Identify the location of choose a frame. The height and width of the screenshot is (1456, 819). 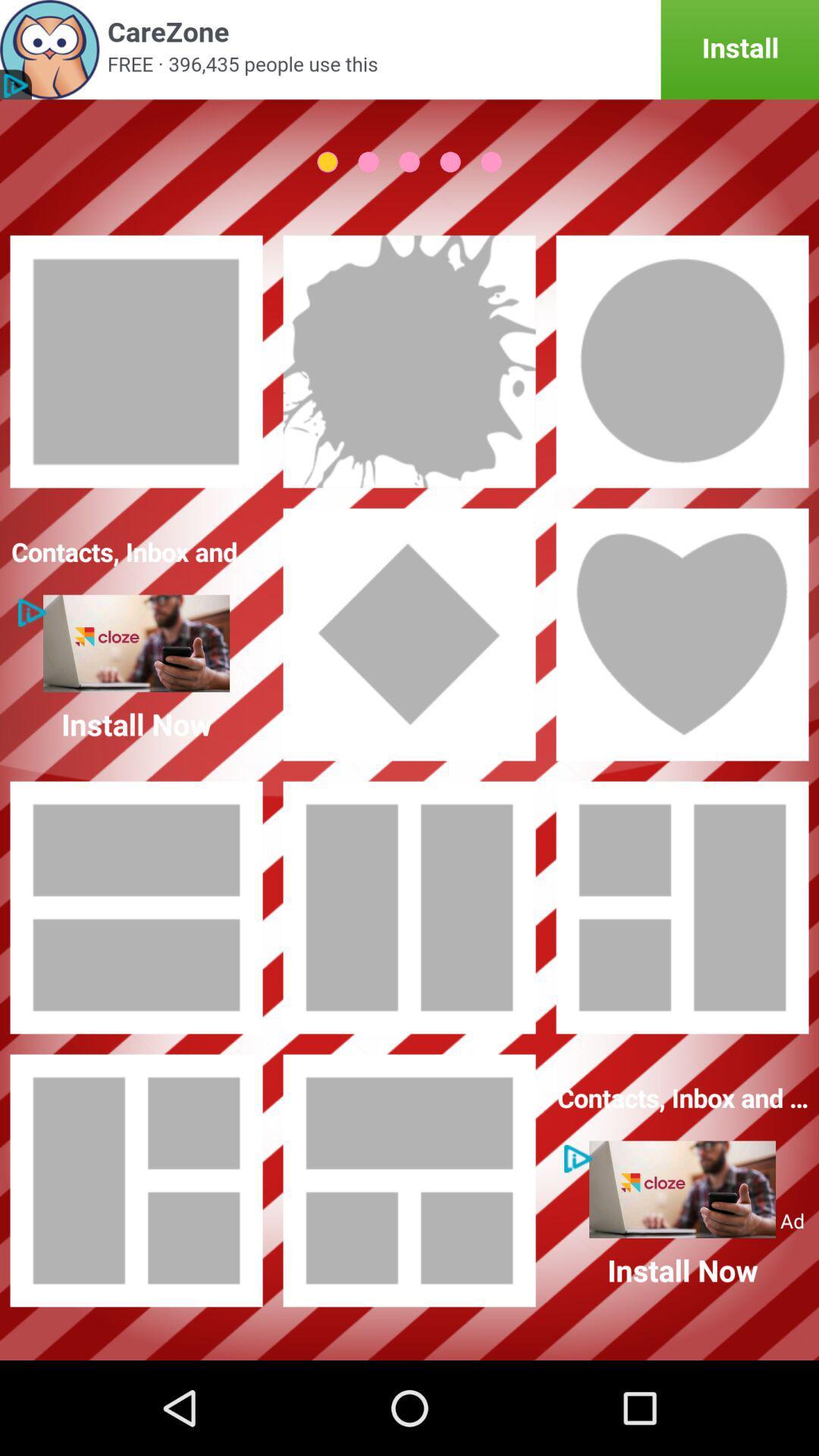
(681, 360).